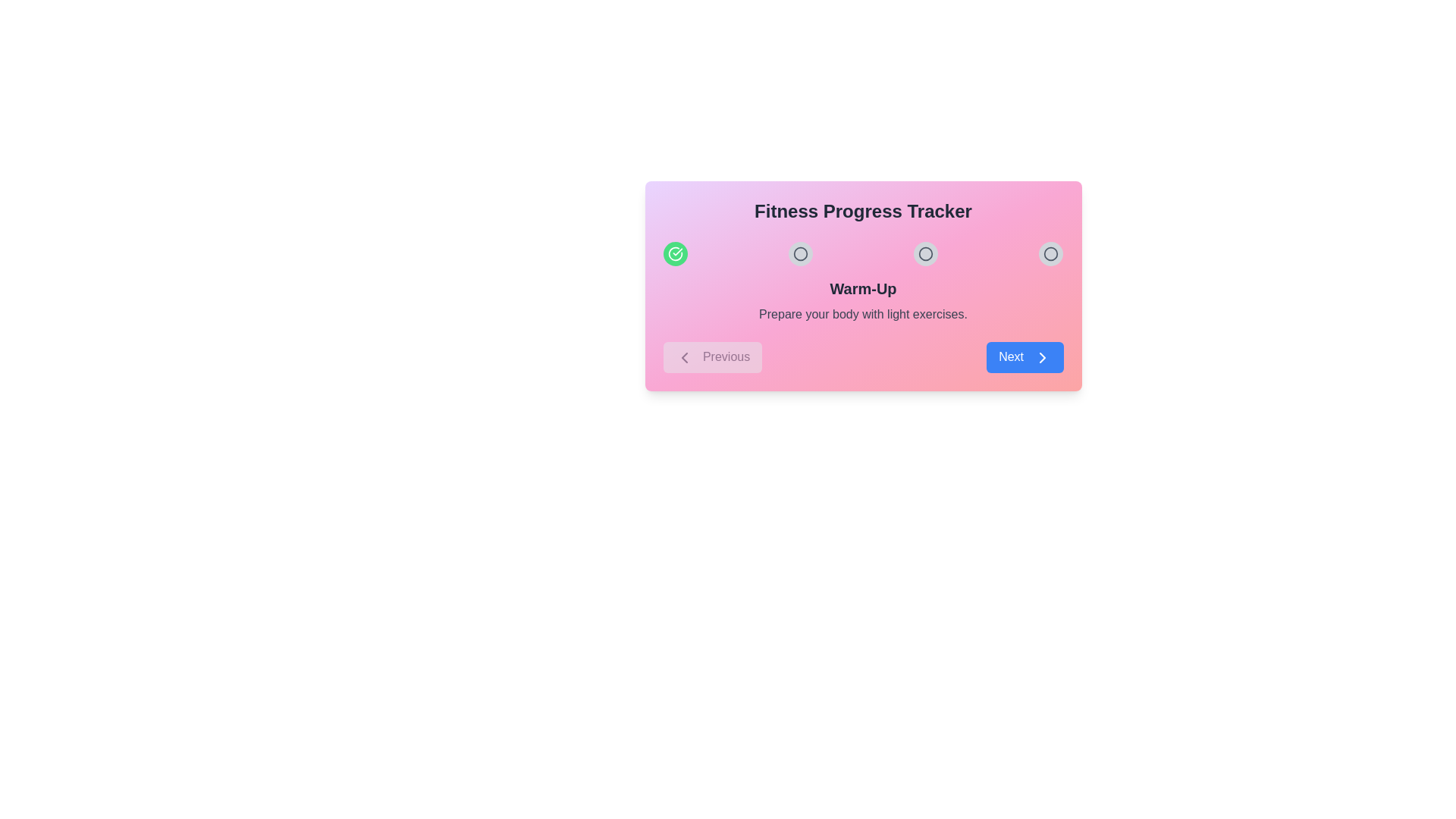  Describe the element at coordinates (863, 314) in the screenshot. I see `the contextual information text element related to the 'Warm-Up' activity, positioned under the 'Warm-Up' heading` at that location.